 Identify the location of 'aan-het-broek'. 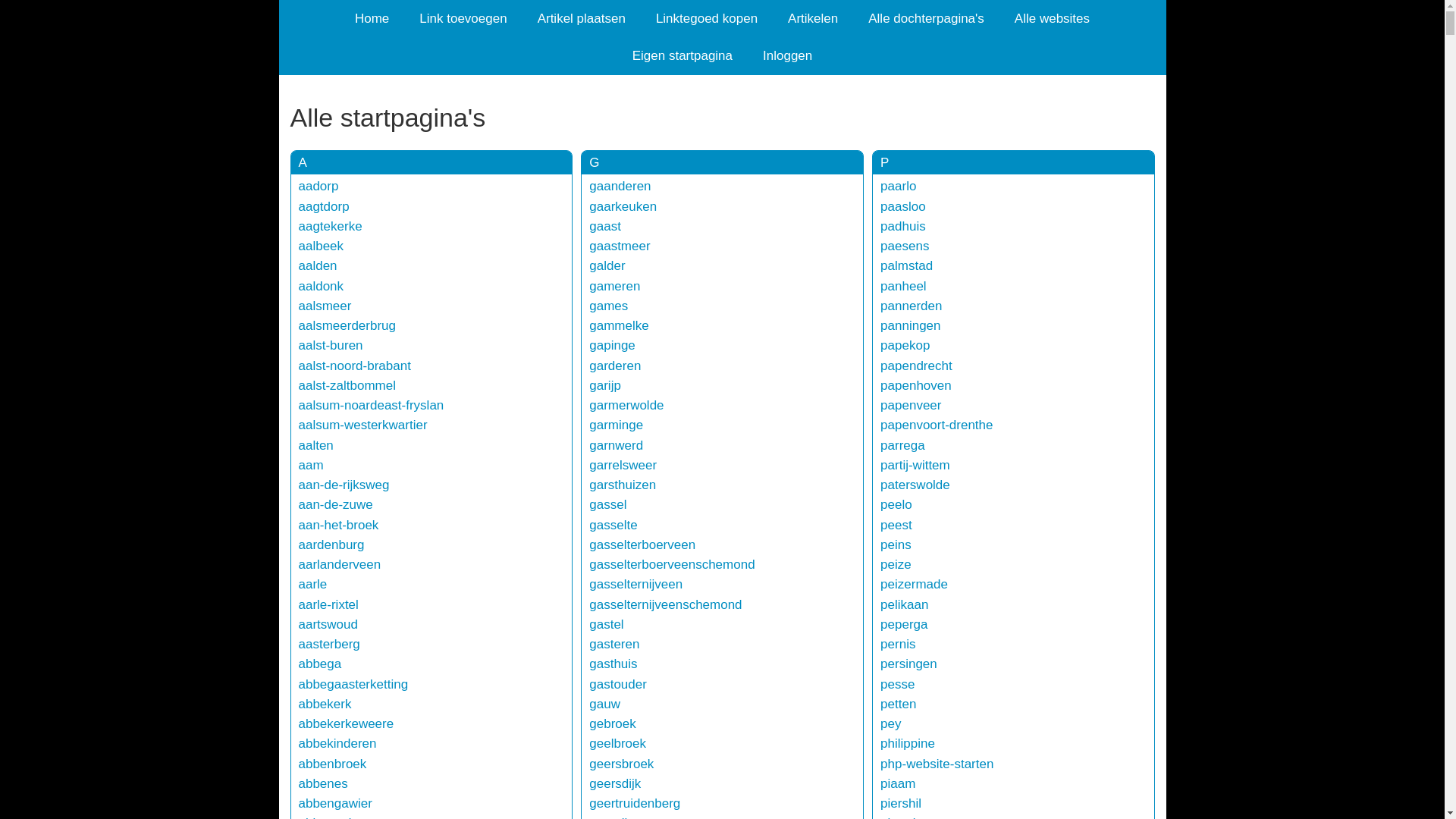
(298, 524).